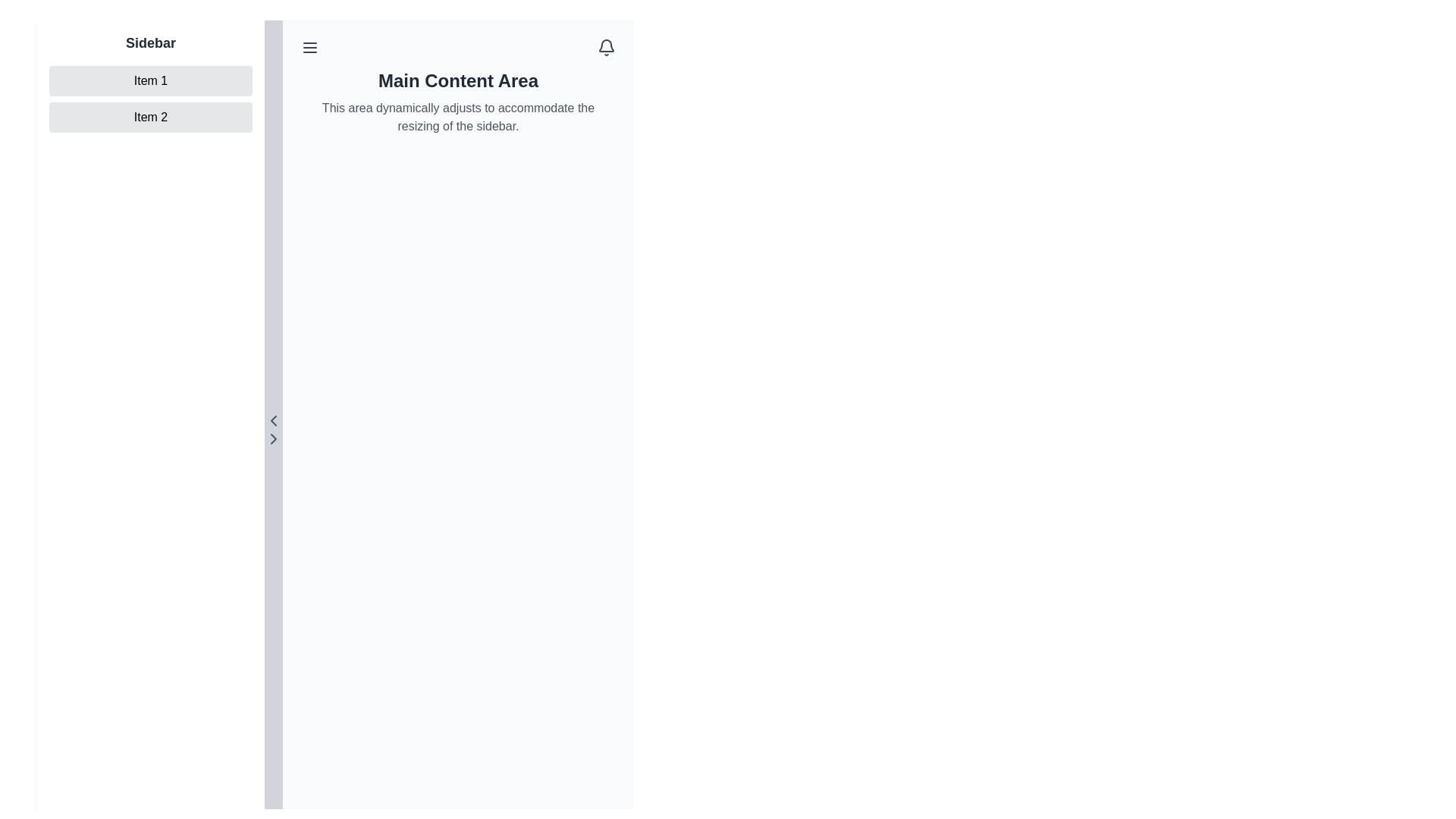  Describe the element at coordinates (273, 421) in the screenshot. I see `the chevron-shaped icon resembling a left-pointing arrow located on the vertical bar separating the sidebar from the main content area to interact with it` at that location.